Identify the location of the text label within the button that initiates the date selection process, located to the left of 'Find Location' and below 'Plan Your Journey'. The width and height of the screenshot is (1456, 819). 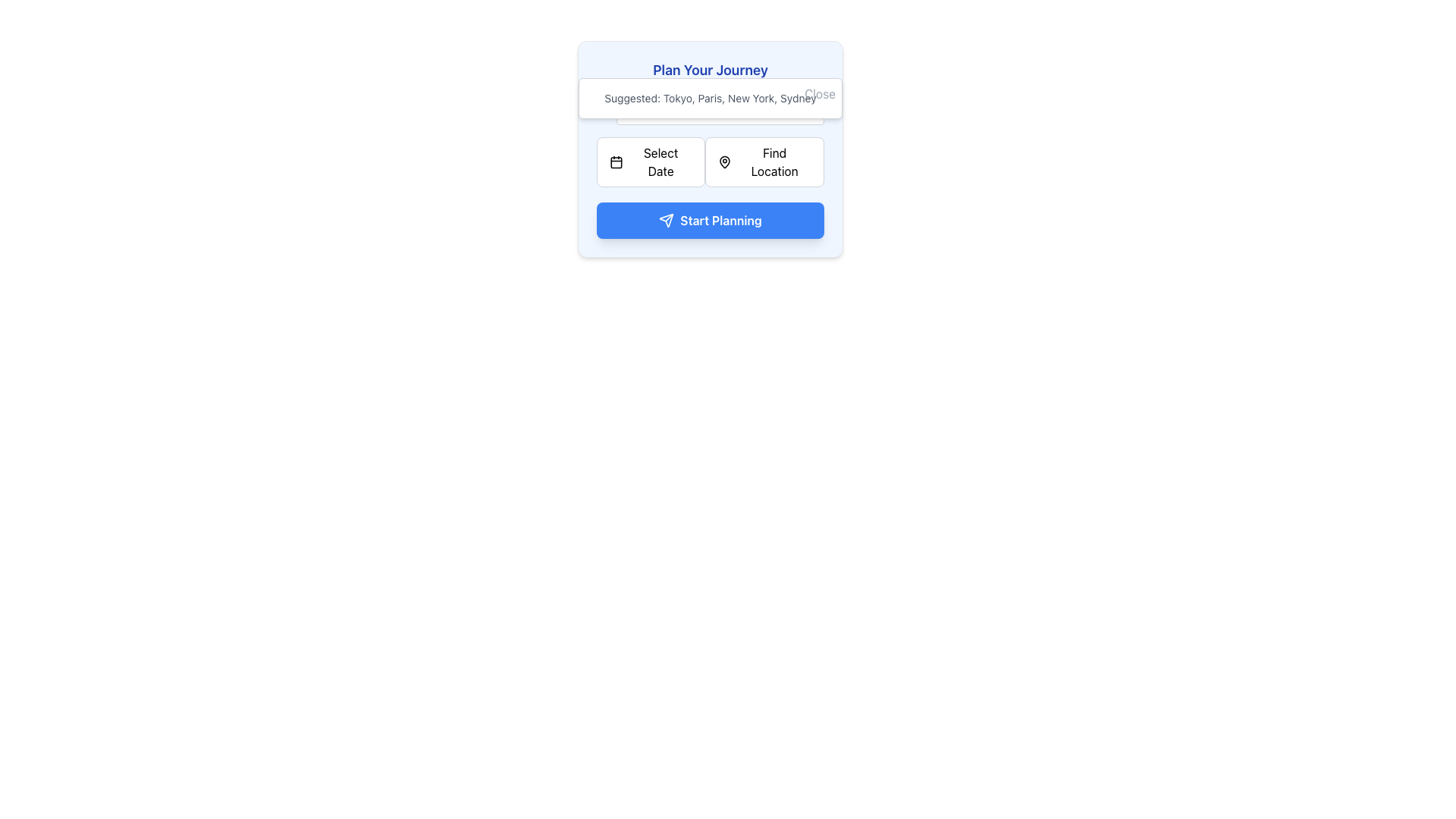
(661, 162).